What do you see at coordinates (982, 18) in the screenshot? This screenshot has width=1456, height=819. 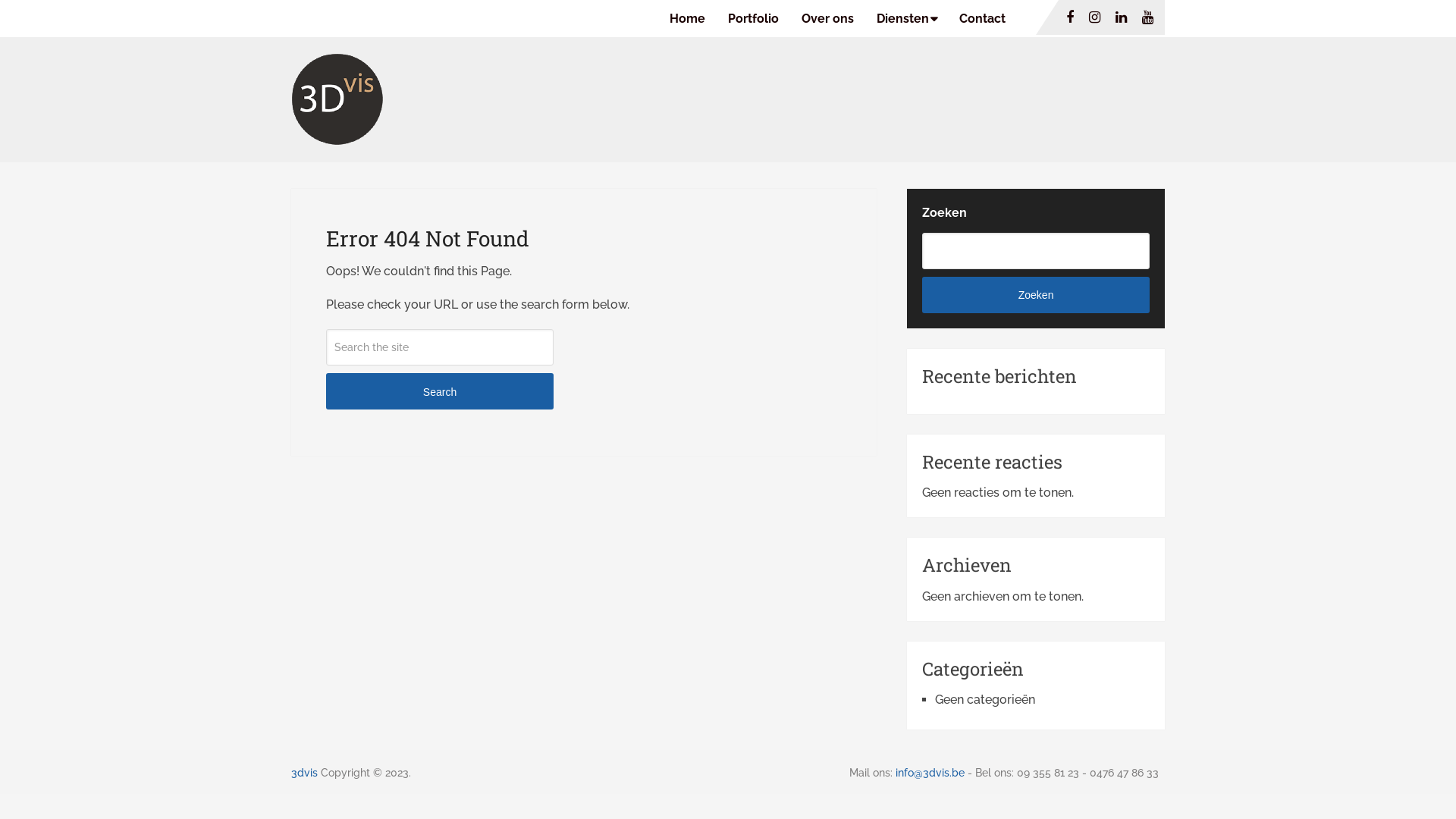 I see `'Contact'` at bounding box center [982, 18].